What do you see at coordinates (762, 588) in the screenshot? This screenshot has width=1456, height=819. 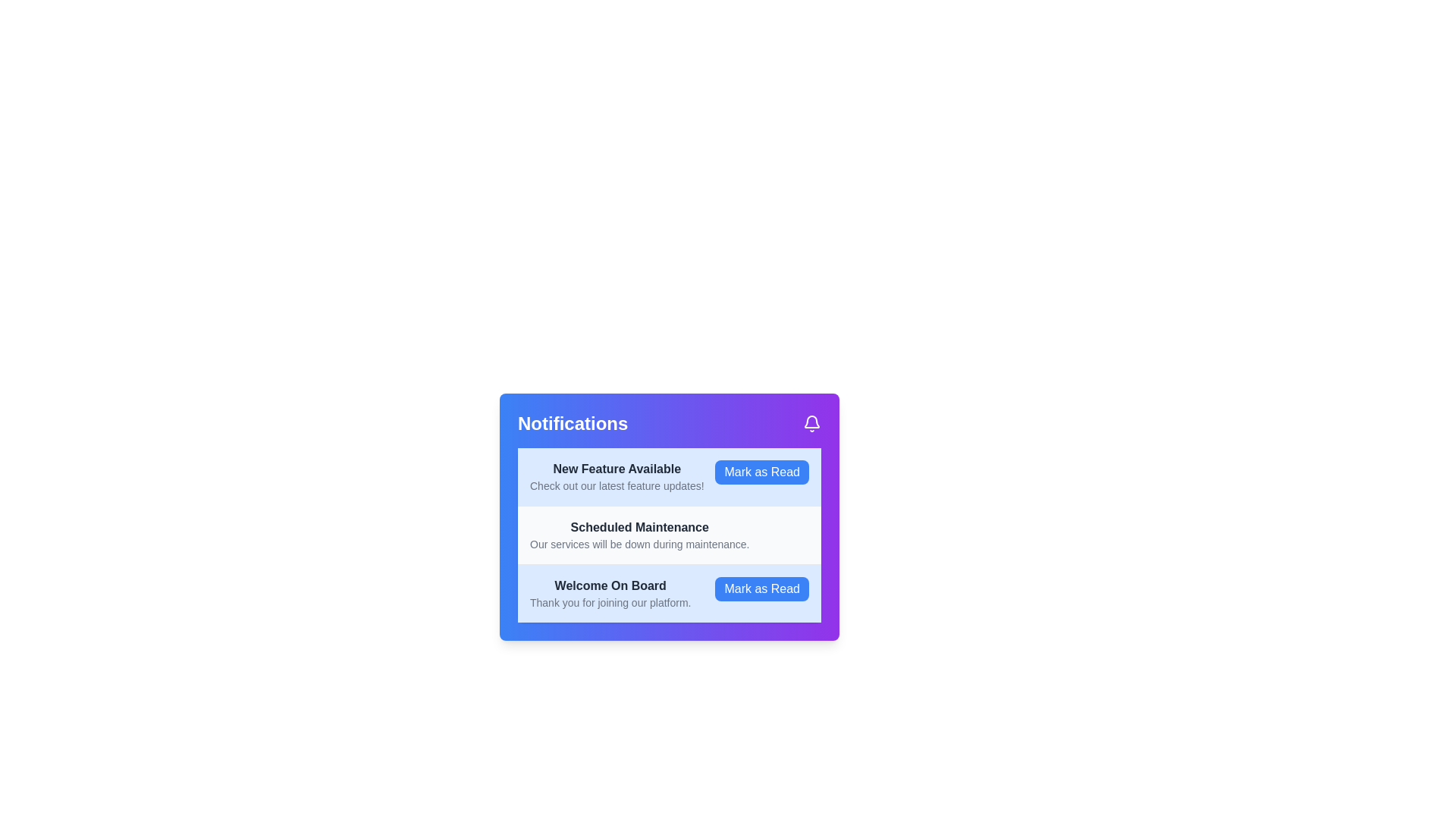 I see `the action button in the third notification block` at bounding box center [762, 588].